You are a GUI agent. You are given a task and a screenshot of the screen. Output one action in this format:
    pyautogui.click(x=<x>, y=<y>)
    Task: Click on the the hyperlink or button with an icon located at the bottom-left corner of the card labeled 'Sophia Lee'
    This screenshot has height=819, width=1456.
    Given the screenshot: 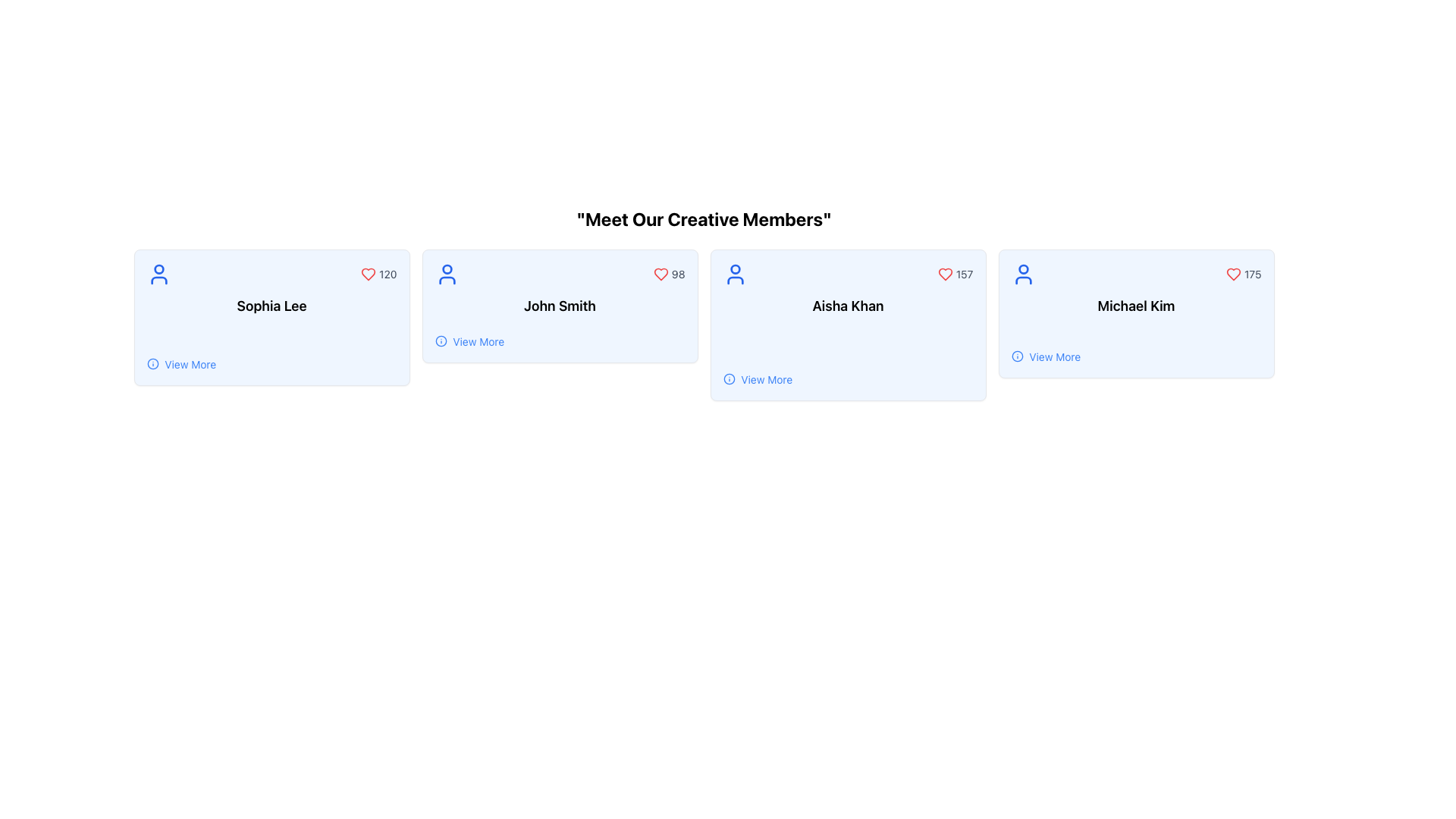 What is the action you would take?
    pyautogui.click(x=181, y=365)
    